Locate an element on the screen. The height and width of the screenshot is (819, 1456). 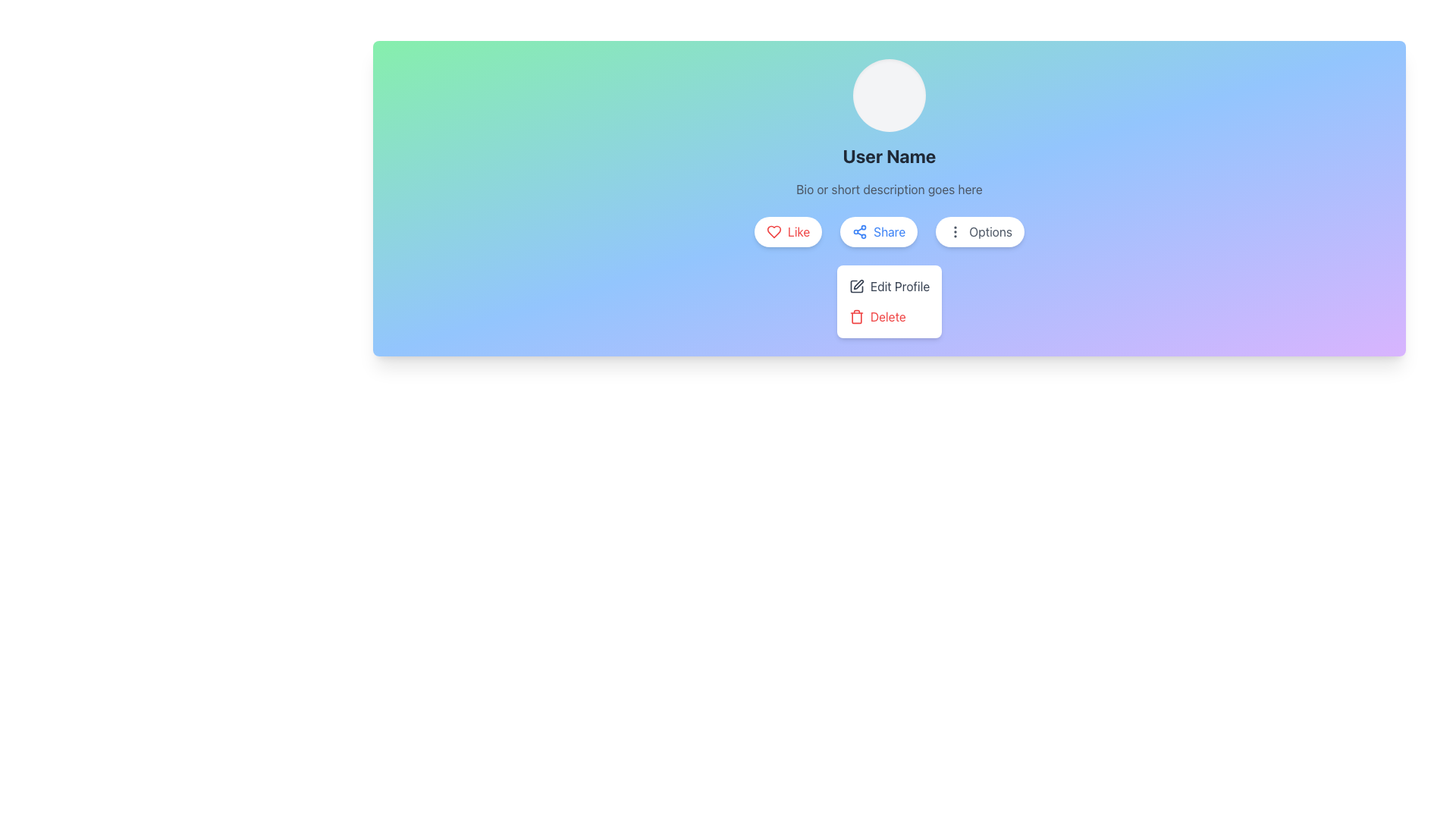
the 'Share' button which contains the SVG icon representing the sharing functionality, located between the 'Like' button and the 'Options' button is located at coordinates (860, 231).